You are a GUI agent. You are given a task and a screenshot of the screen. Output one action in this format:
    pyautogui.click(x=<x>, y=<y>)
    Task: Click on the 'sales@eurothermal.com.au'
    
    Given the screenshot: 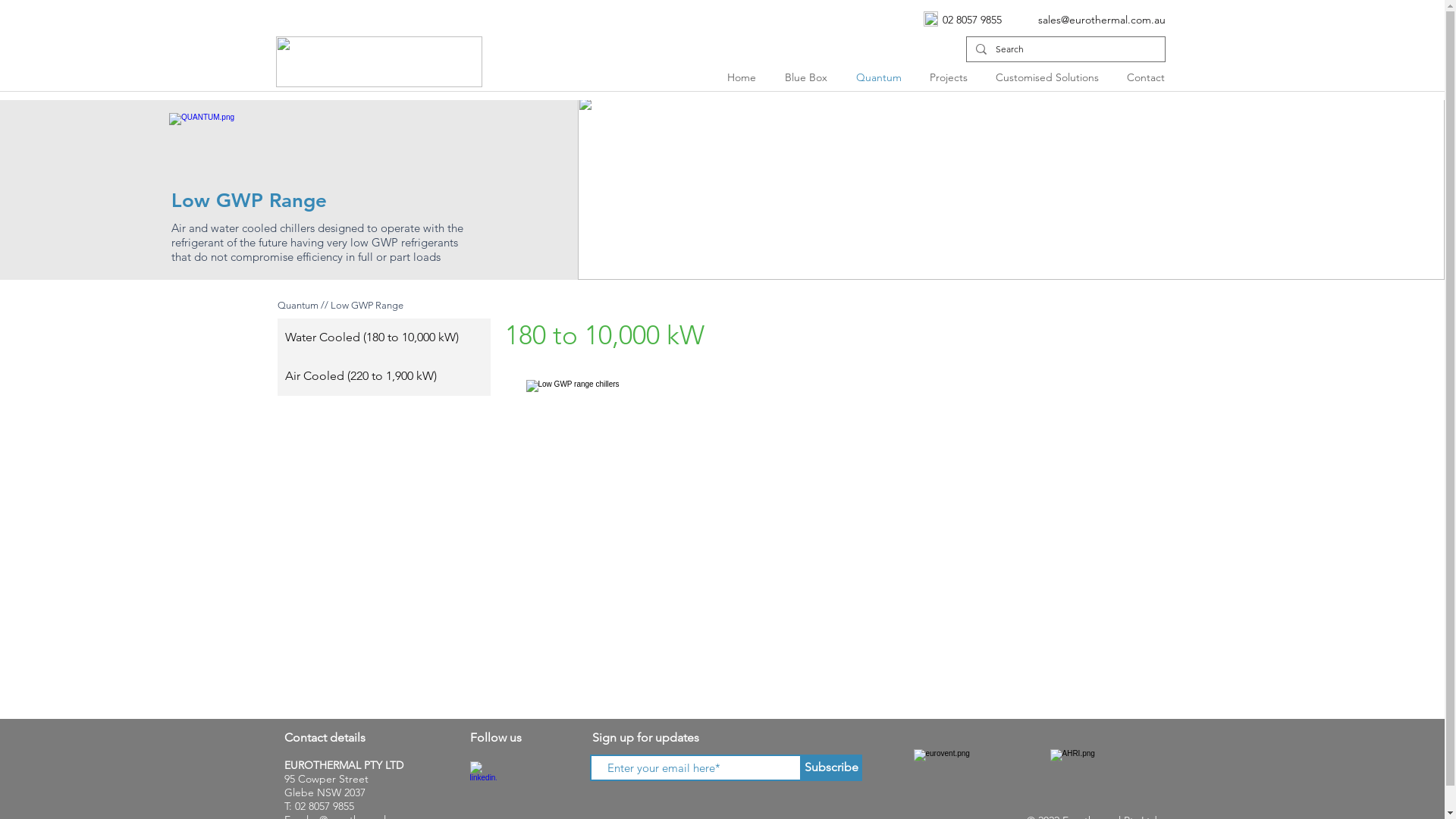 What is the action you would take?
    pyautogui.click(x=1101, y=20)
    